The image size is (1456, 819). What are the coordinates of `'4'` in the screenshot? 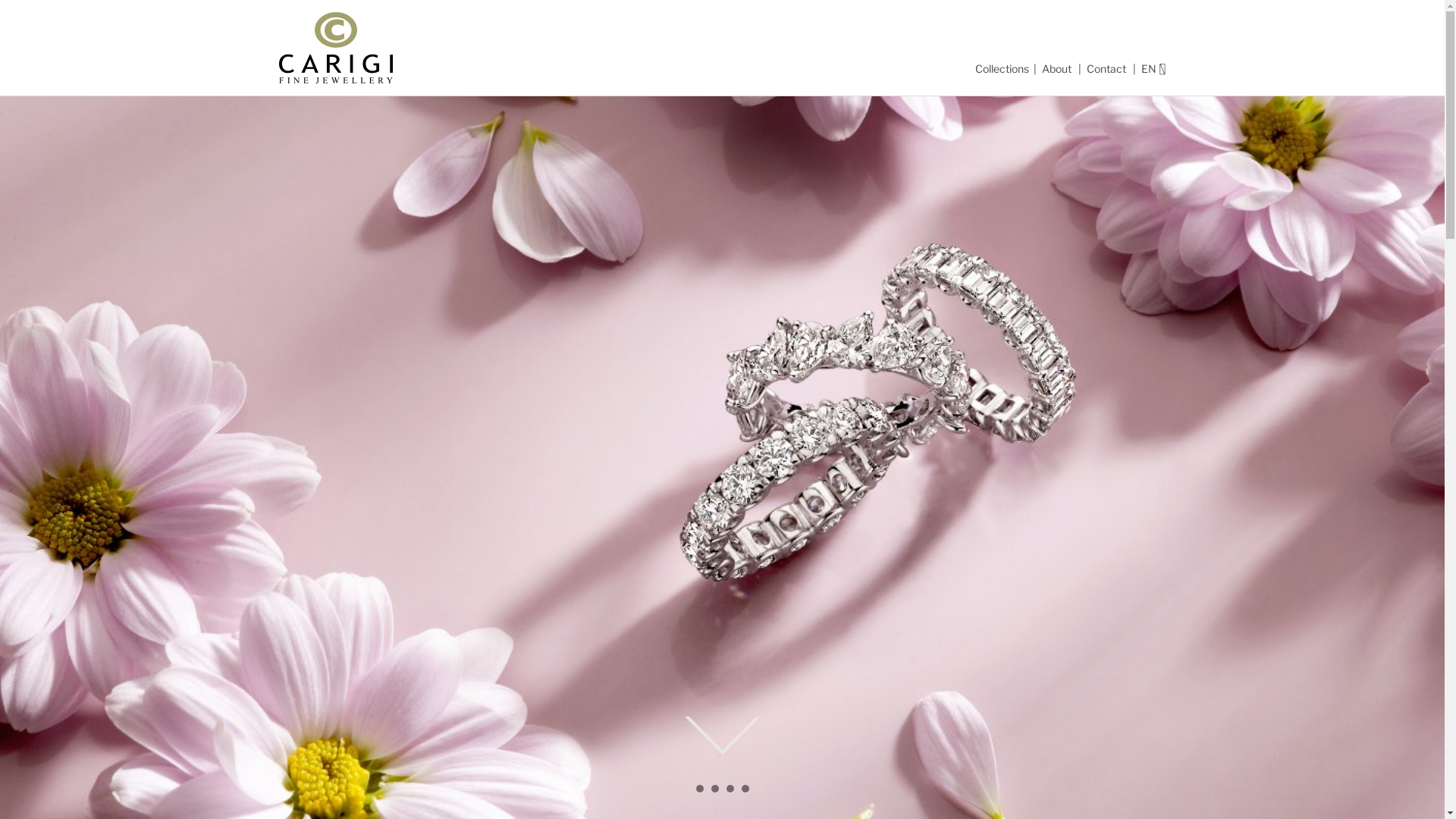 It's located at (745, 792).